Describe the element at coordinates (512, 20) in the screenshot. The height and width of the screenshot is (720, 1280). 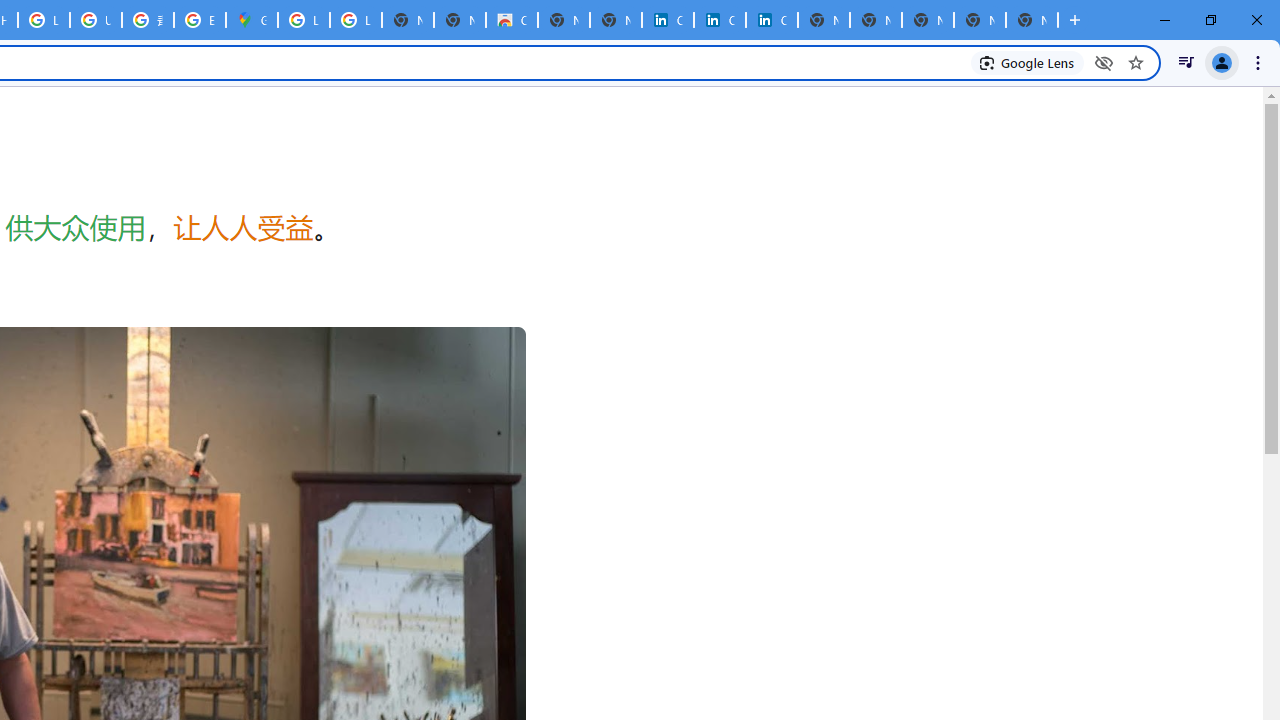
I see `'Chrome Web Store'` at that location.